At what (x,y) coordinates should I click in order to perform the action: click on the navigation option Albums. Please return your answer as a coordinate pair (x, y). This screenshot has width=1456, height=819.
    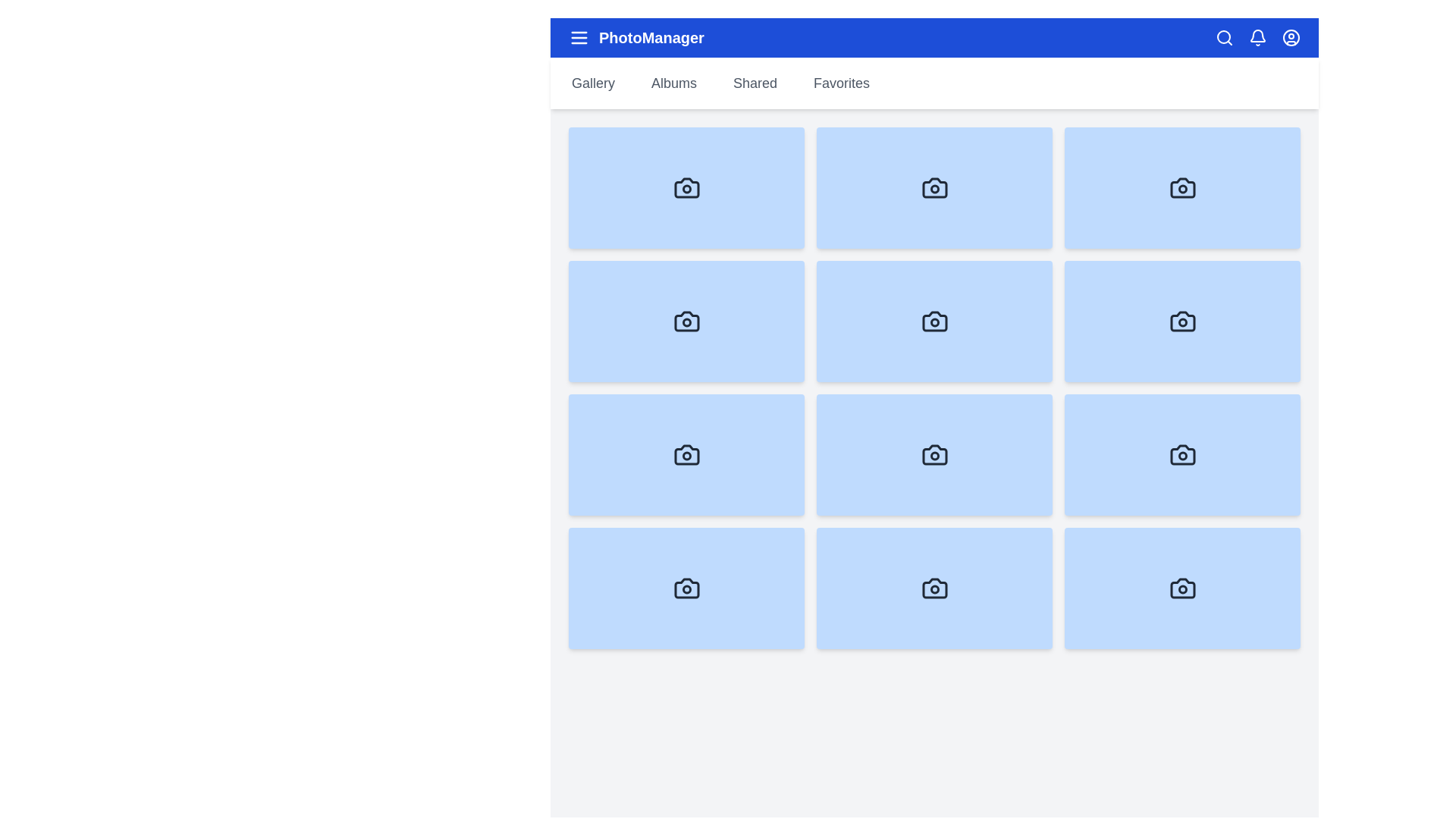
    Looking at the image, I should click on (673, 83).